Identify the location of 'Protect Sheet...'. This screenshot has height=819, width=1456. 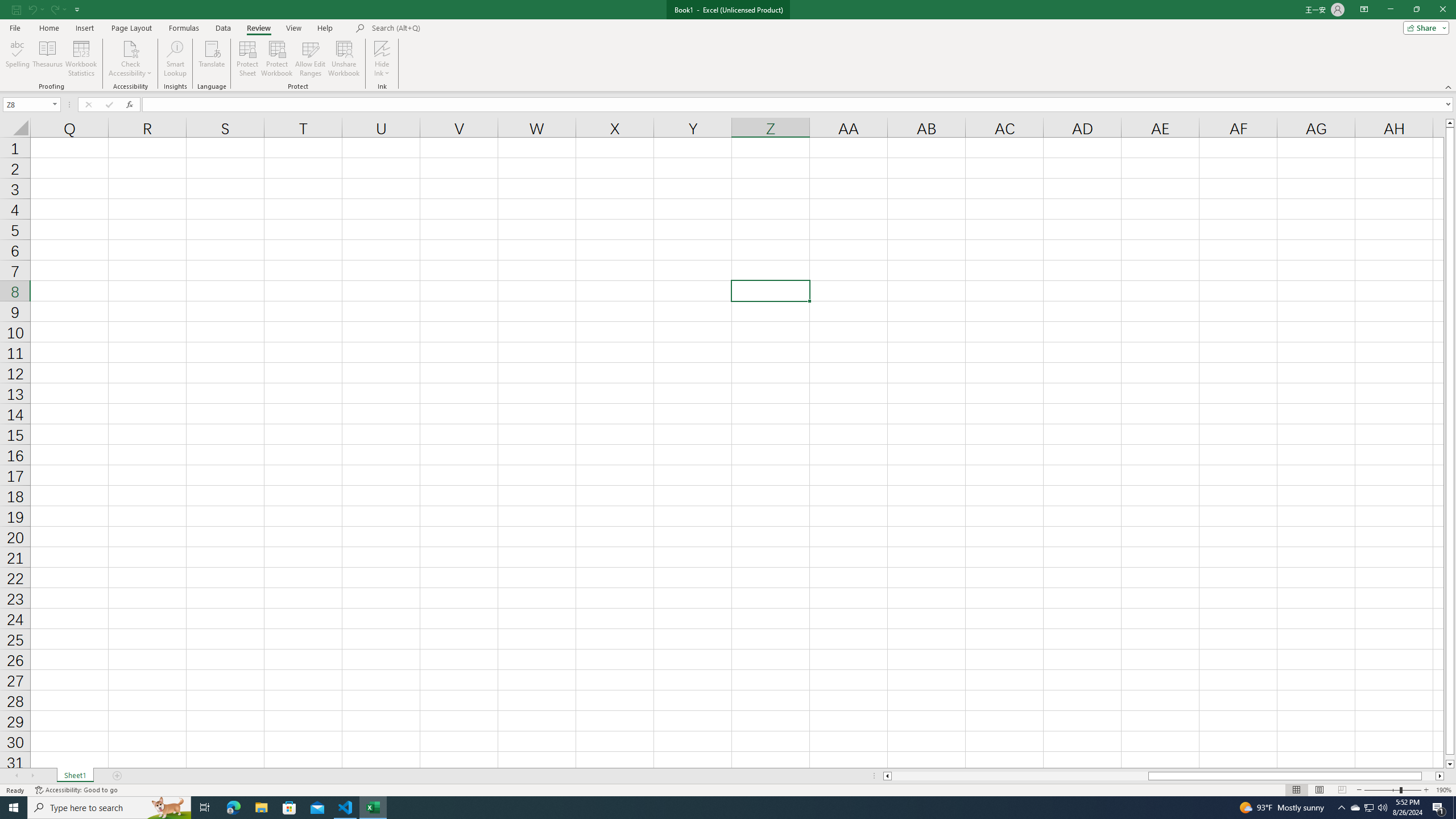
(248, 59).